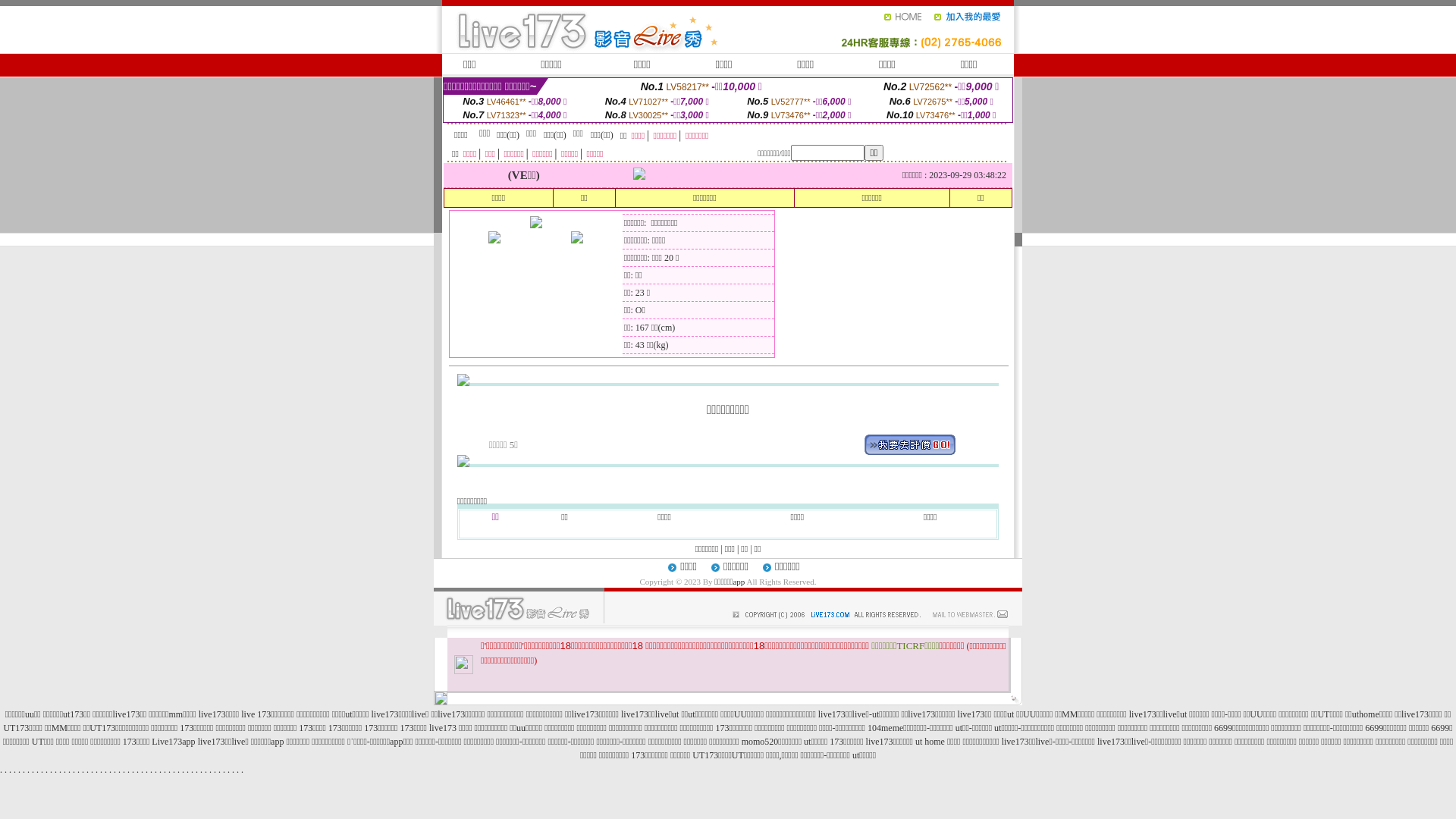 This screenshot has width=1456, height=819. I want to click on '.', so click(151, 769).